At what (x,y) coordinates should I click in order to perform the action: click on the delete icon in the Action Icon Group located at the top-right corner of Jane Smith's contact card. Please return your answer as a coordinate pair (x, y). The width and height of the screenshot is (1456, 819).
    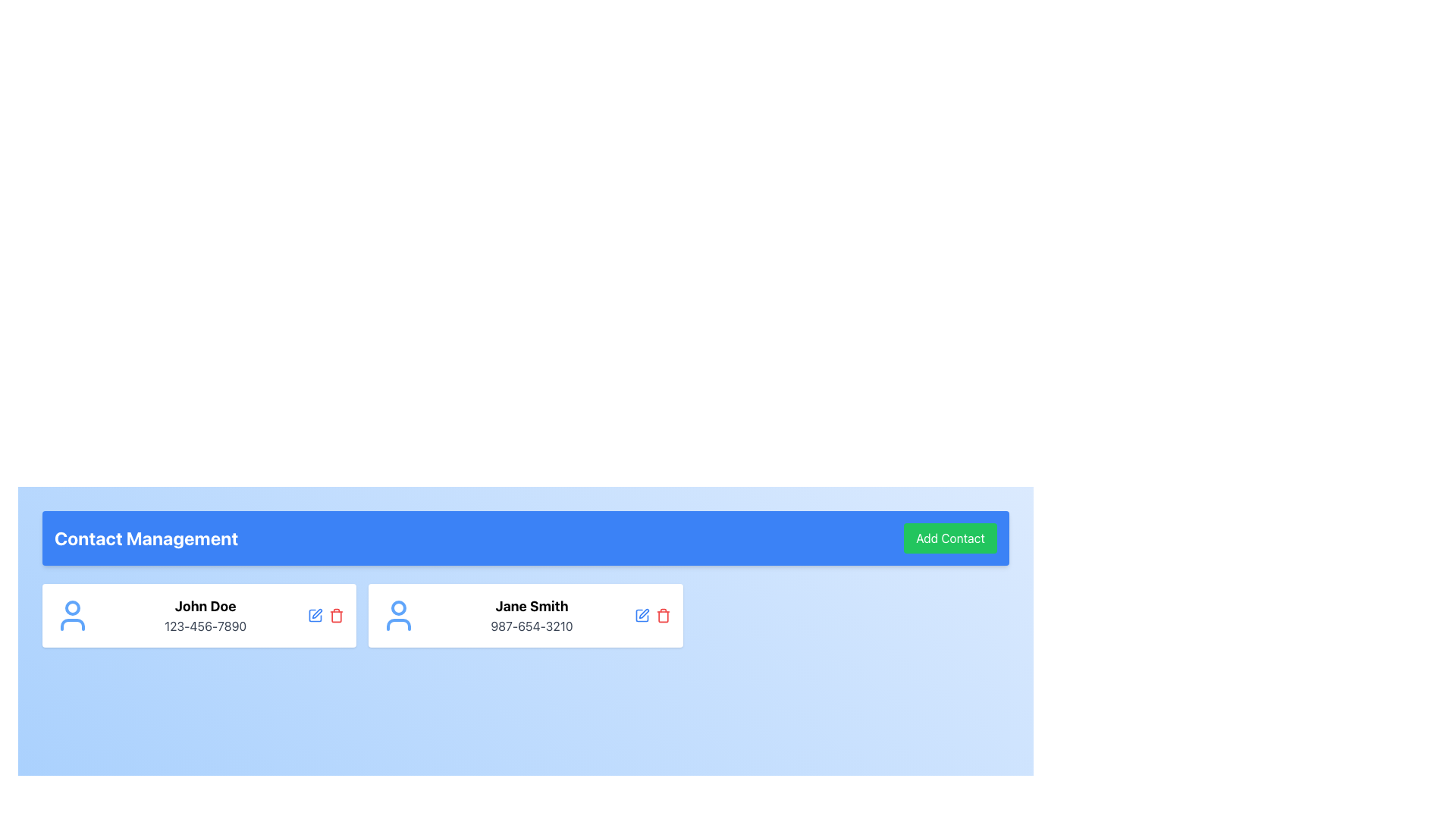
    Looking at the image, I should click on (652, 616).